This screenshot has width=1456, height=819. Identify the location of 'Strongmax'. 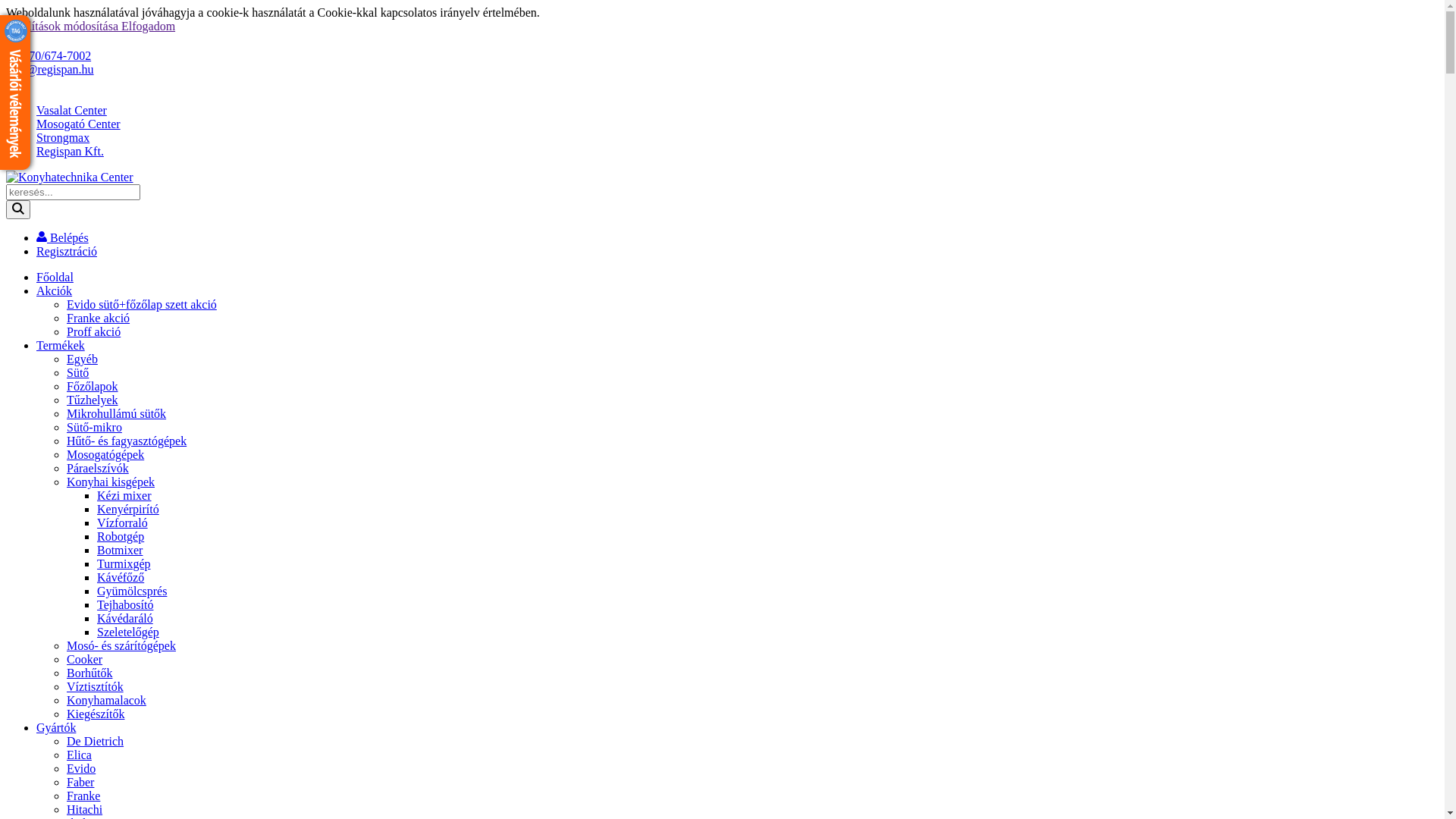
(36, 137).